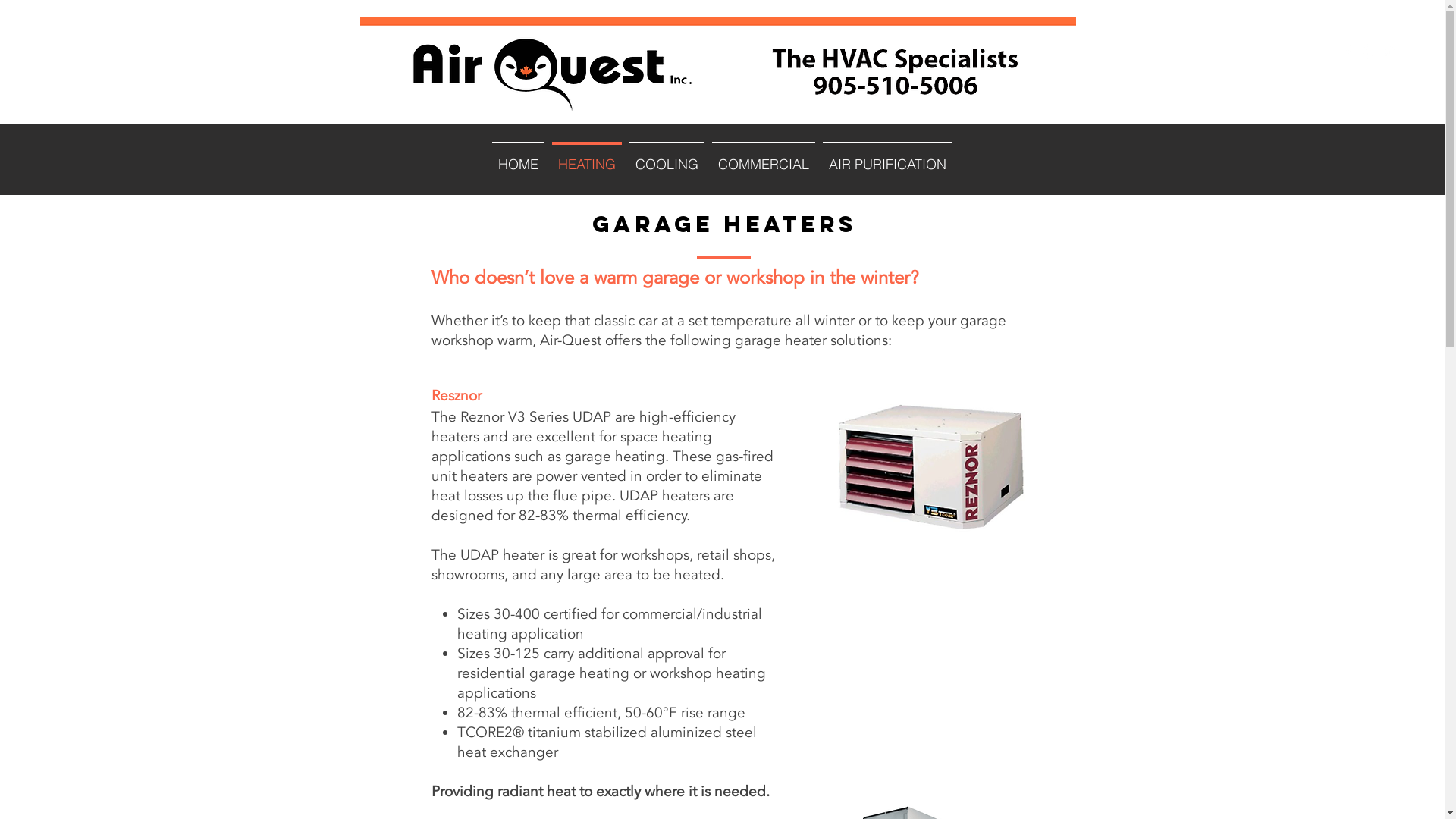  Describe the element at coordinates (518, 157) in the screenshot. I see `'HOME'` at that location.